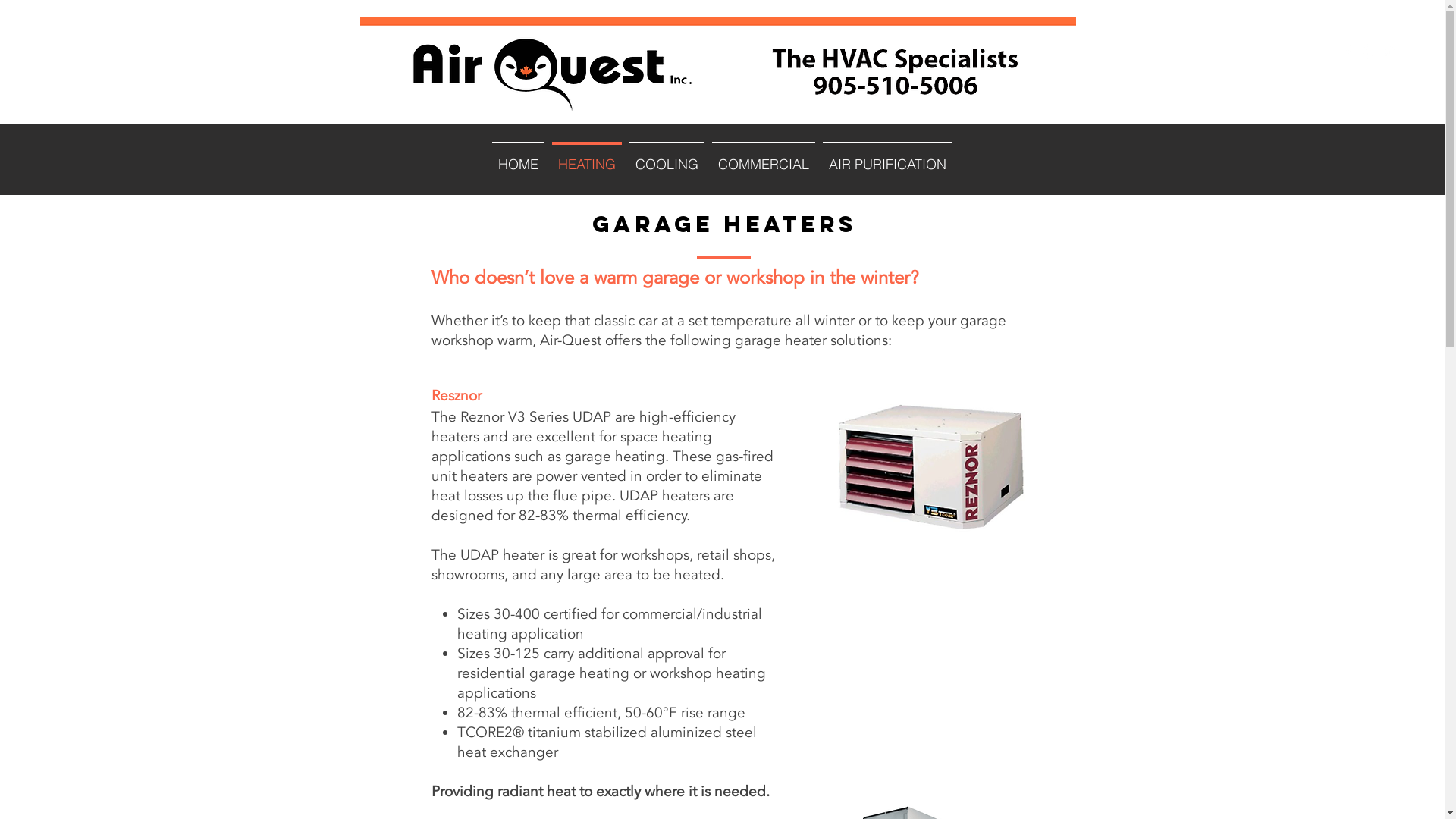  Describe the element at coordinates (518, 157) in the screenshot. I see `'HOME'` at that location.